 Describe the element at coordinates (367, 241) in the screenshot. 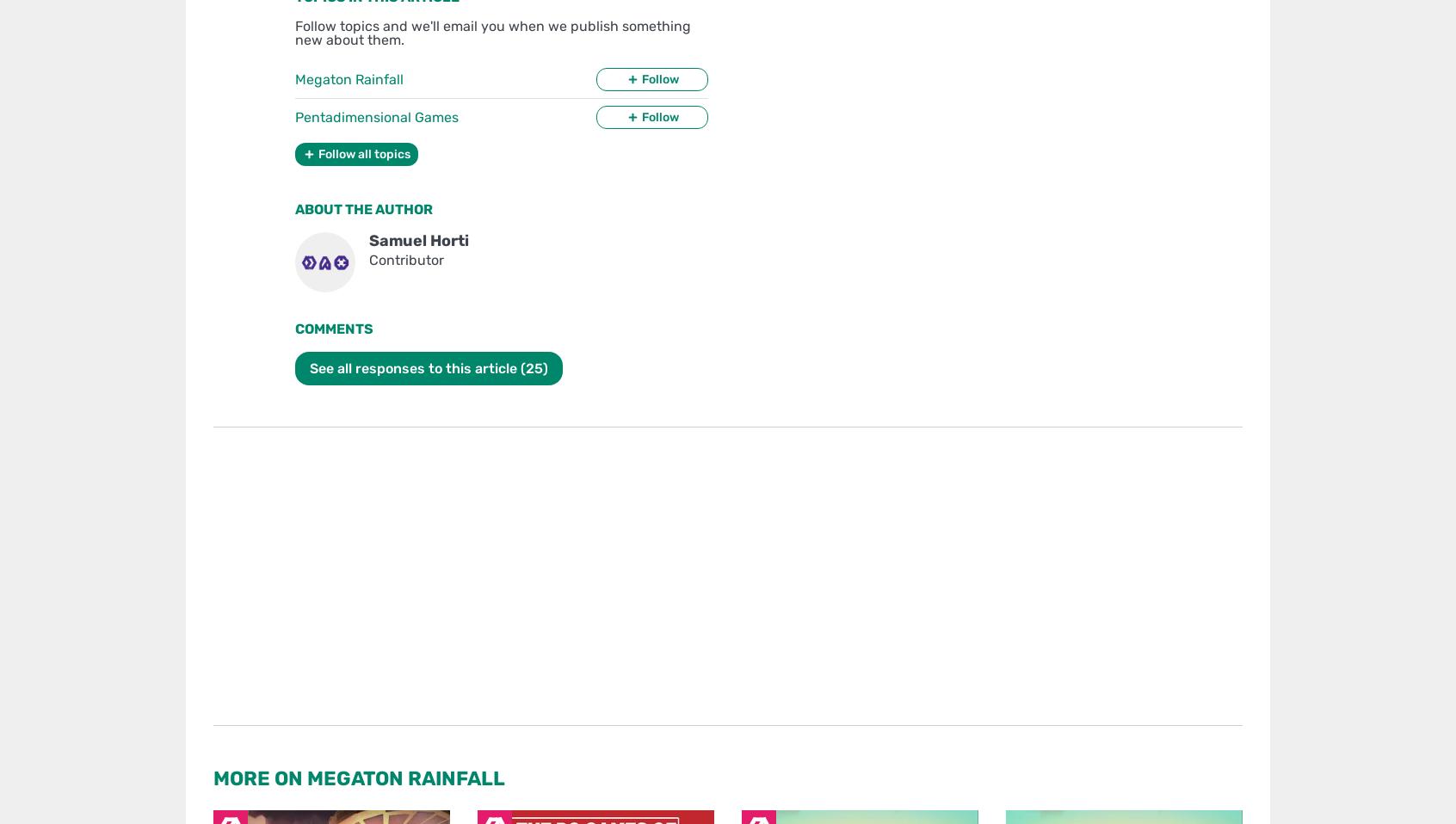

I see `'Samuel Horti'` at that location.